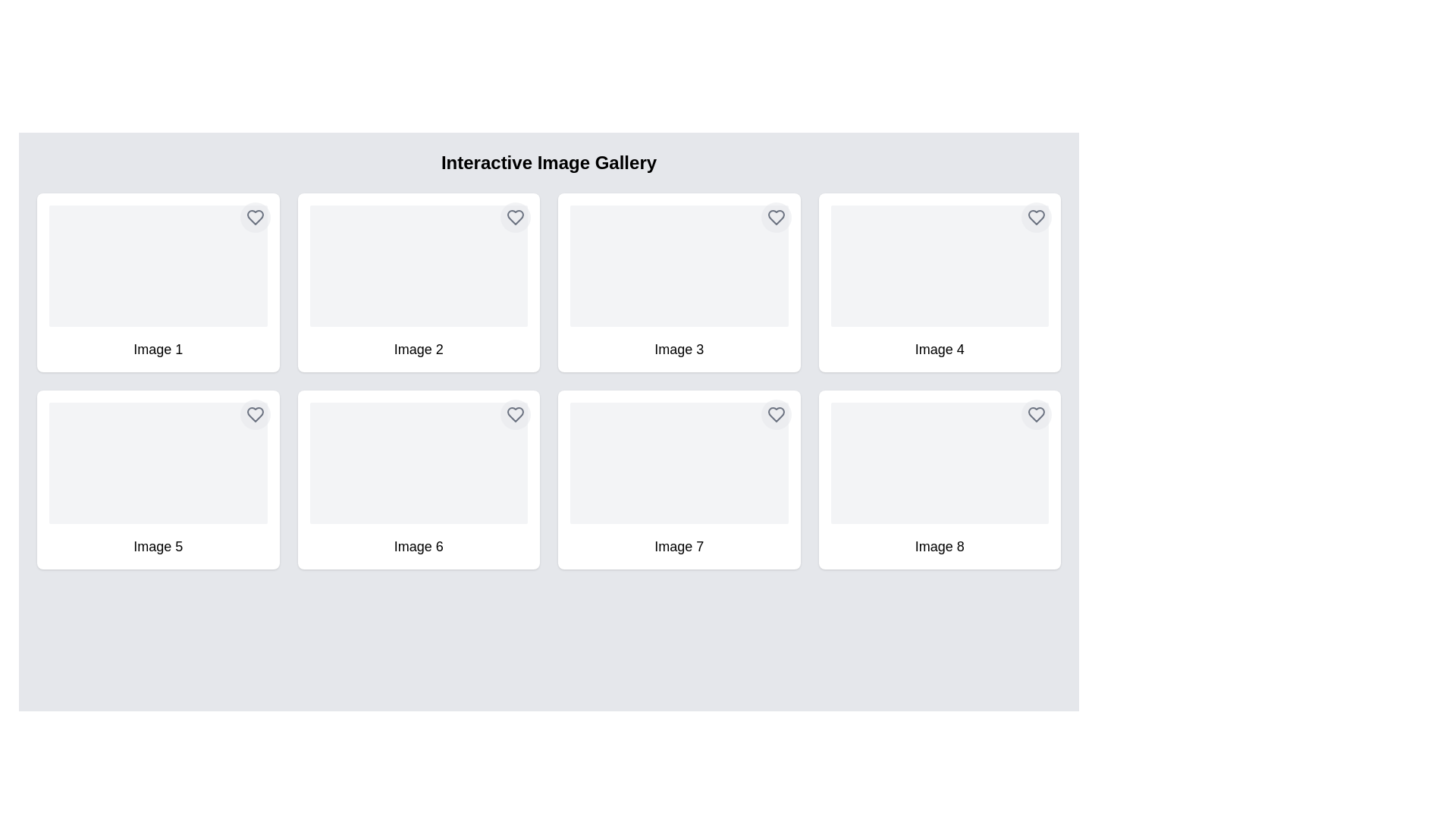 The image size is (1456, 819). What do you see at coordinates (255, 217) in the screenshot?
I see `the heart-shaped button with a translucent white background and gray border to mark the item as favorite, located near the top-right corner of 'Image 1'` at bounding box center [255, 217].